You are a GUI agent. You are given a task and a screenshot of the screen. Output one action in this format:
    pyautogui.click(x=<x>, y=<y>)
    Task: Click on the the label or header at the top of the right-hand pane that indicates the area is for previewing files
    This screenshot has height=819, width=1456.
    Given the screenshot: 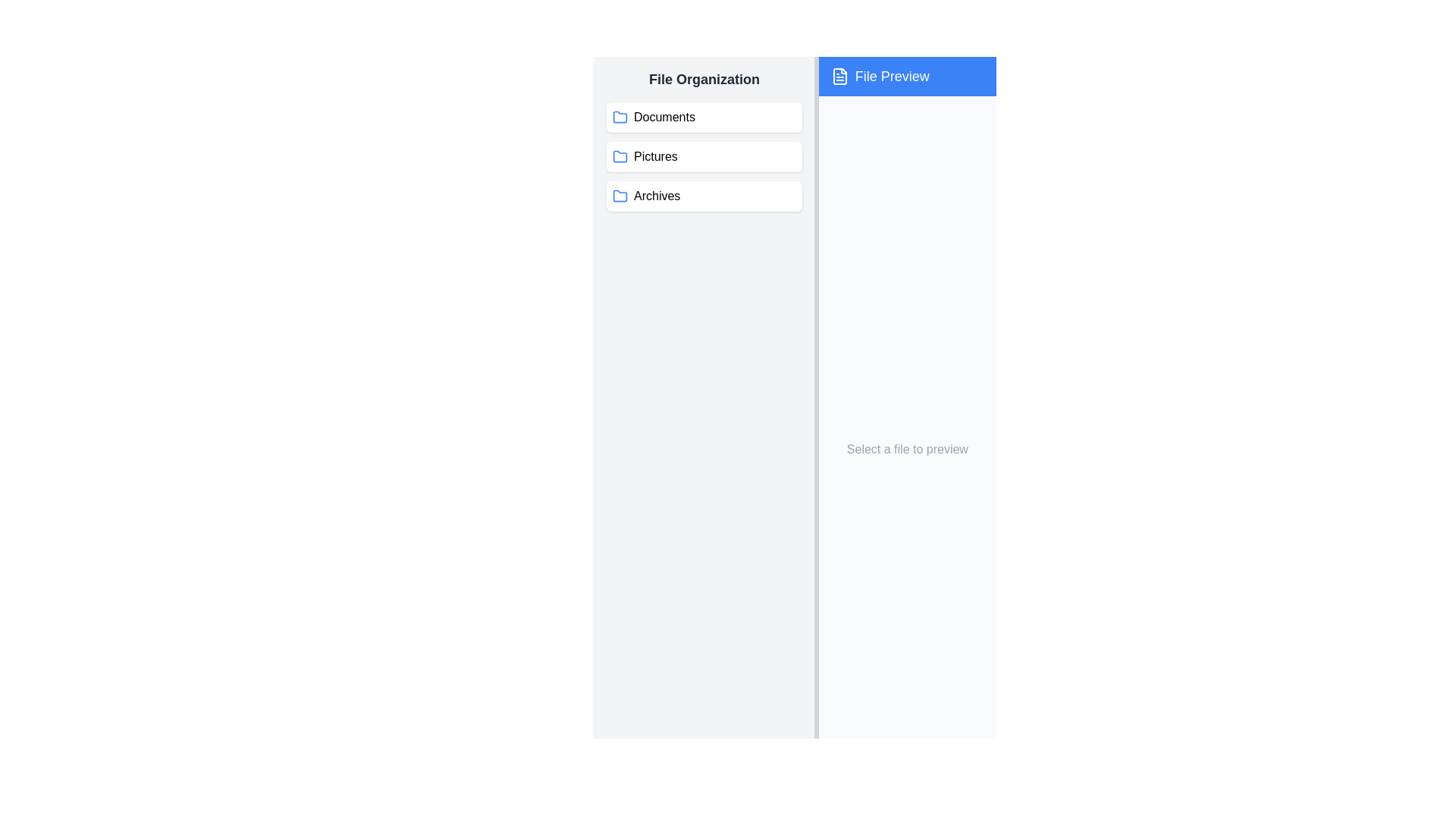 What is the action you would take?
    pyautogui.click(x=907, y=76)
    